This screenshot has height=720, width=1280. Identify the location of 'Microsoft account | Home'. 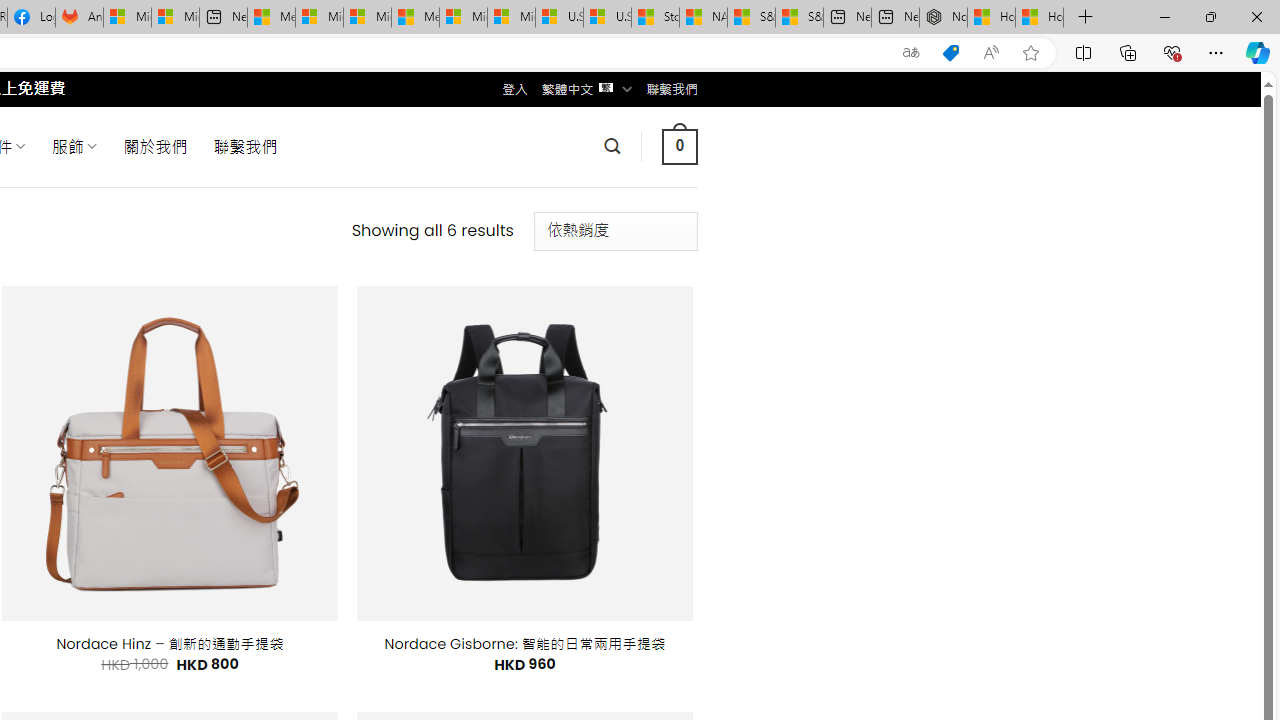
(367, 17).